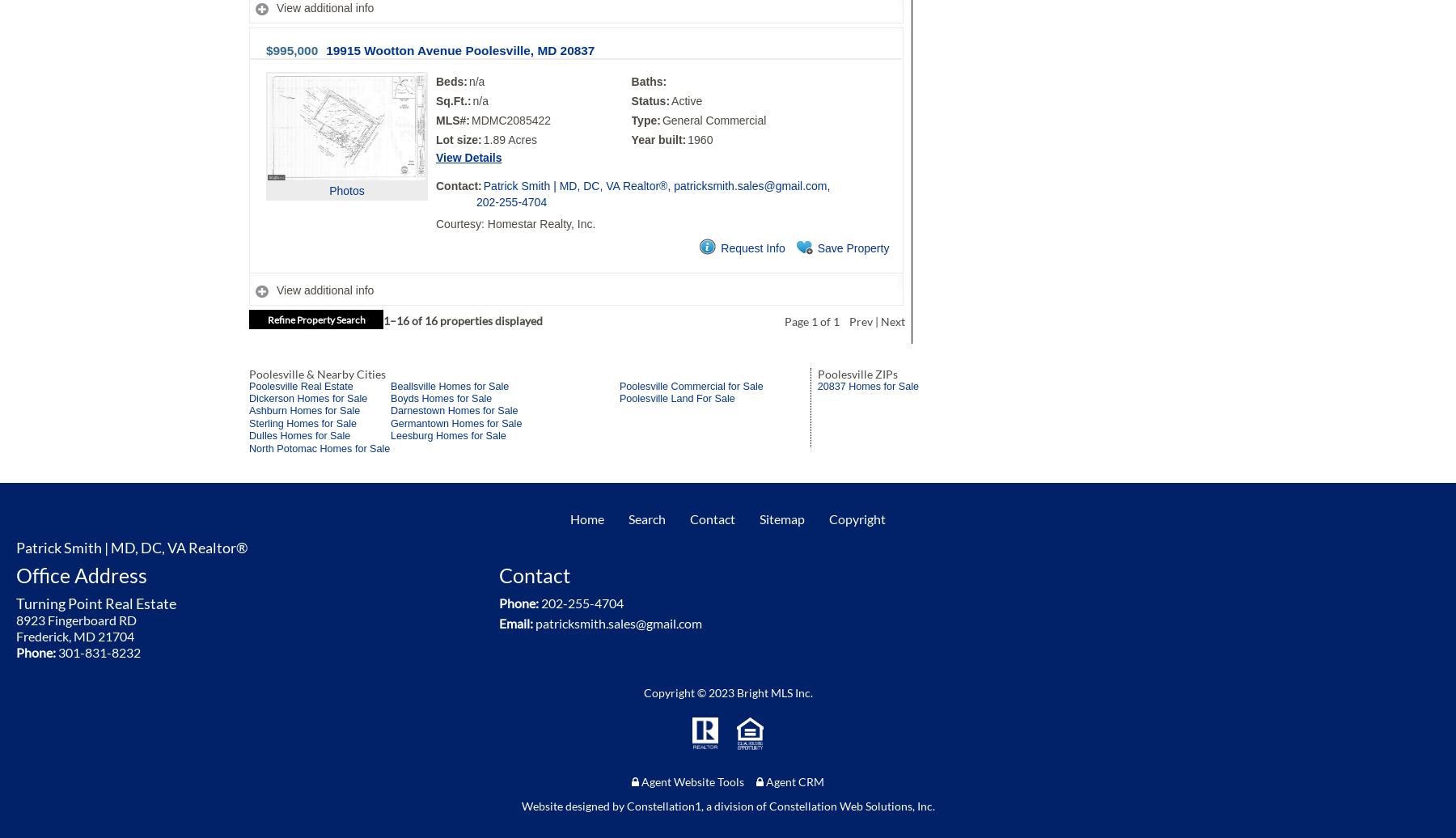  Describe the element at coordinates (569, 518) in the screenshot. I see `'Home'` at that location.